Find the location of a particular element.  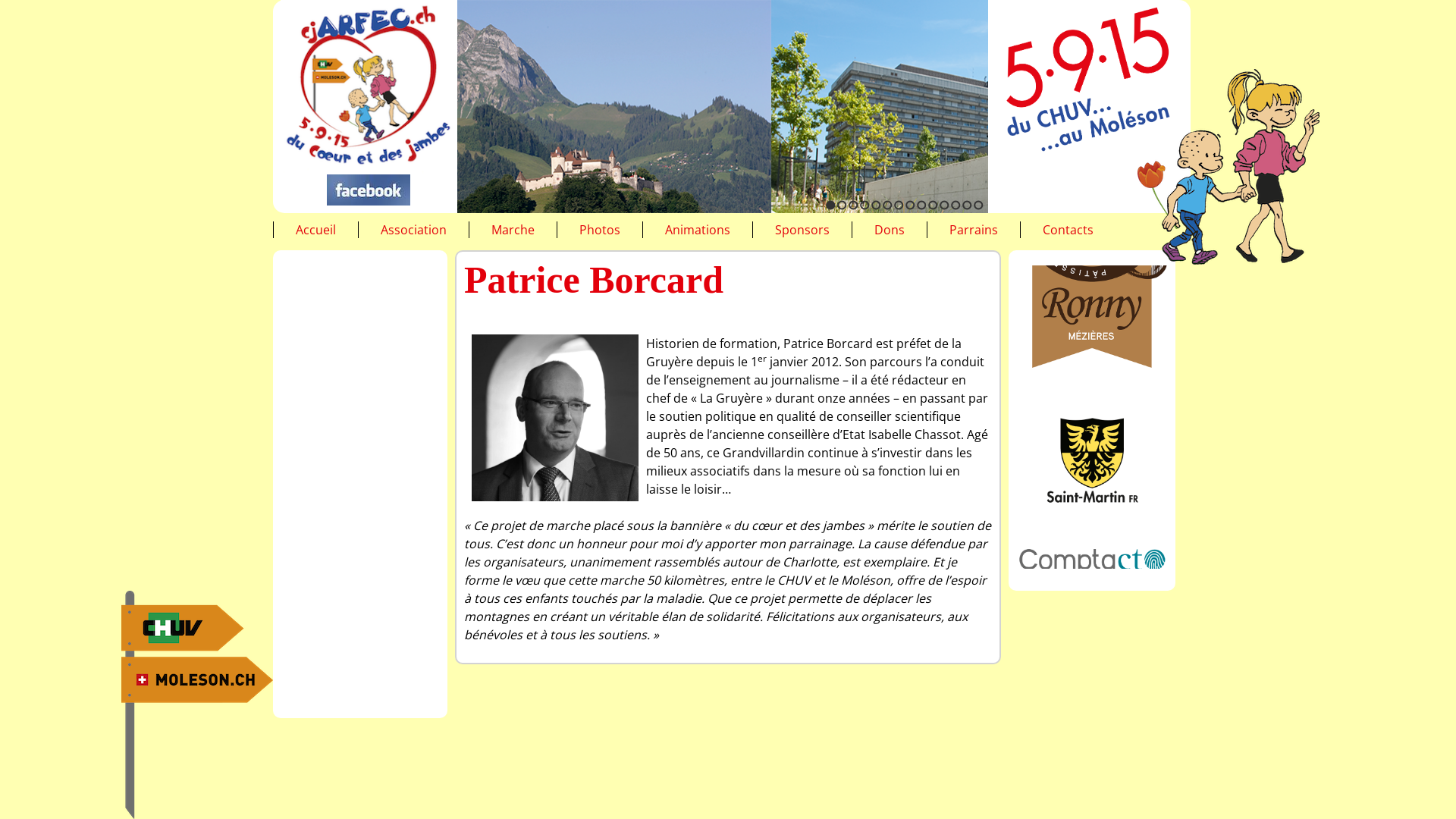

'11' is located at coordinates (943, 205).